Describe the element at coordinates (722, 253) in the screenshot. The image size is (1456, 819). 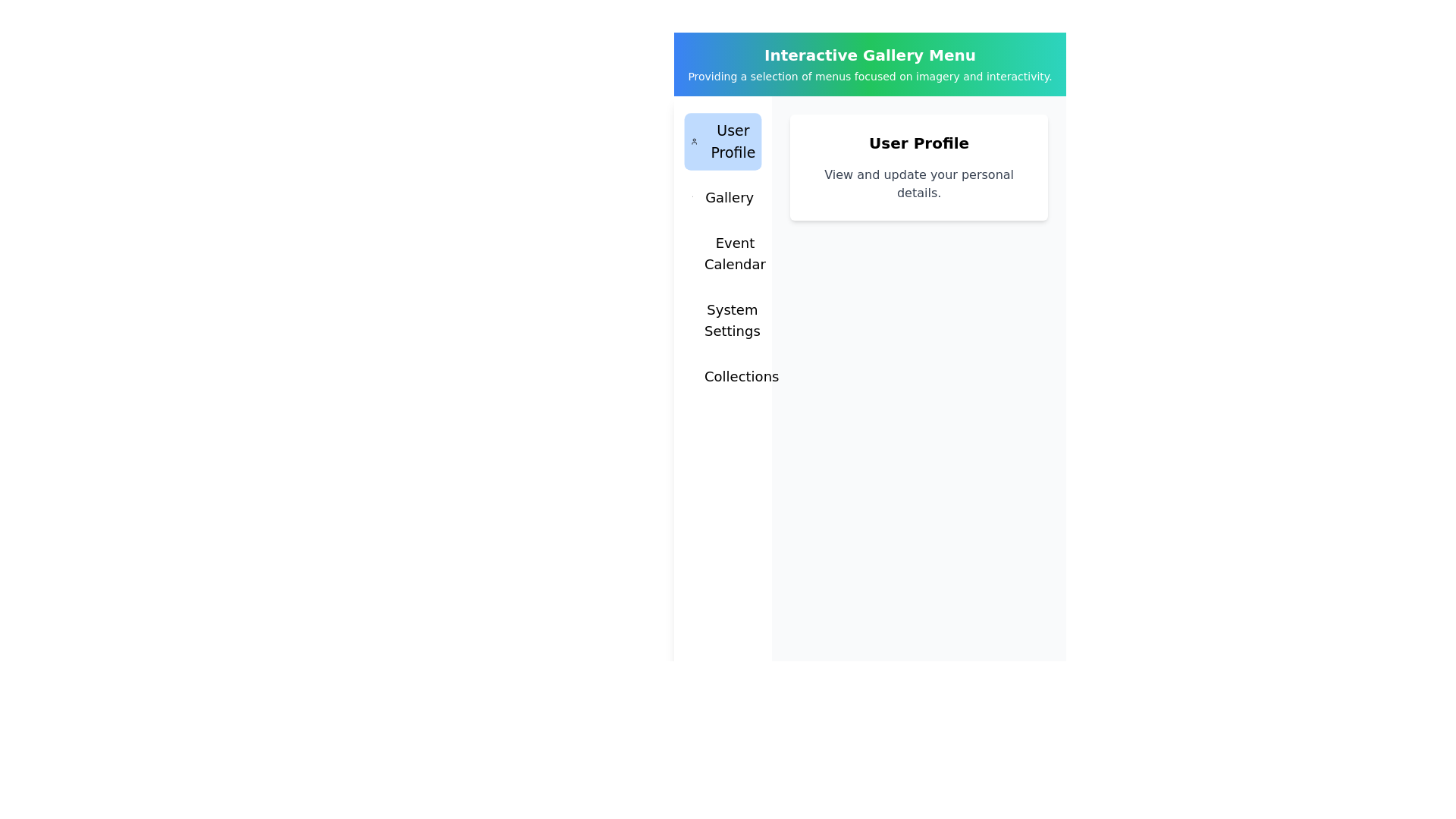
I see `the menu item Event Calendar to observe its hover effect` at that location.